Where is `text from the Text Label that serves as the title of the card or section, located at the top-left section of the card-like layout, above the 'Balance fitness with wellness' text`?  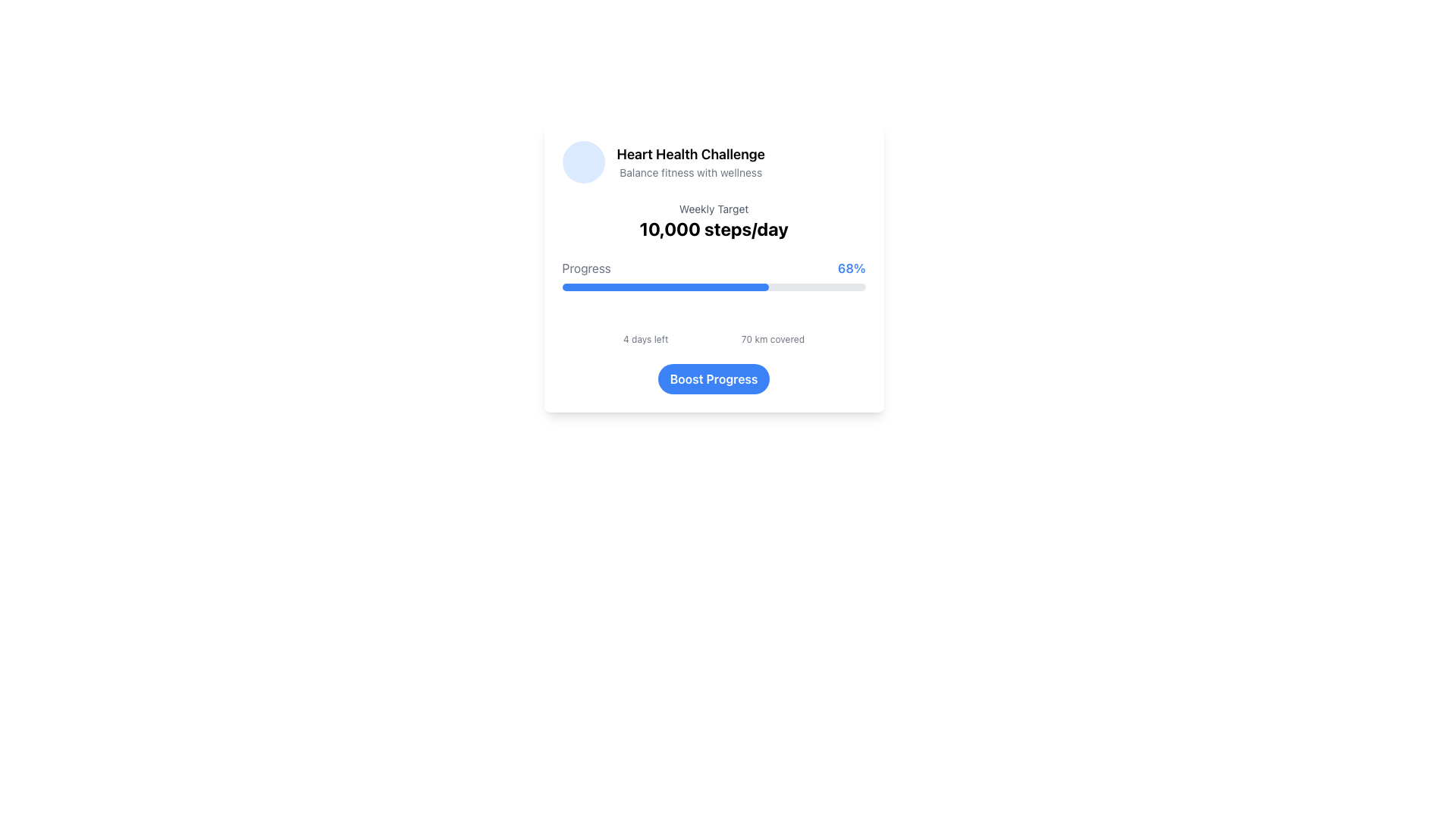
text from the Text Label that serves as the title of the card or section, located at the top-left section of the card-like layout, above the 'Balance fitness with wellness' text is located at coordinates (690, 155).